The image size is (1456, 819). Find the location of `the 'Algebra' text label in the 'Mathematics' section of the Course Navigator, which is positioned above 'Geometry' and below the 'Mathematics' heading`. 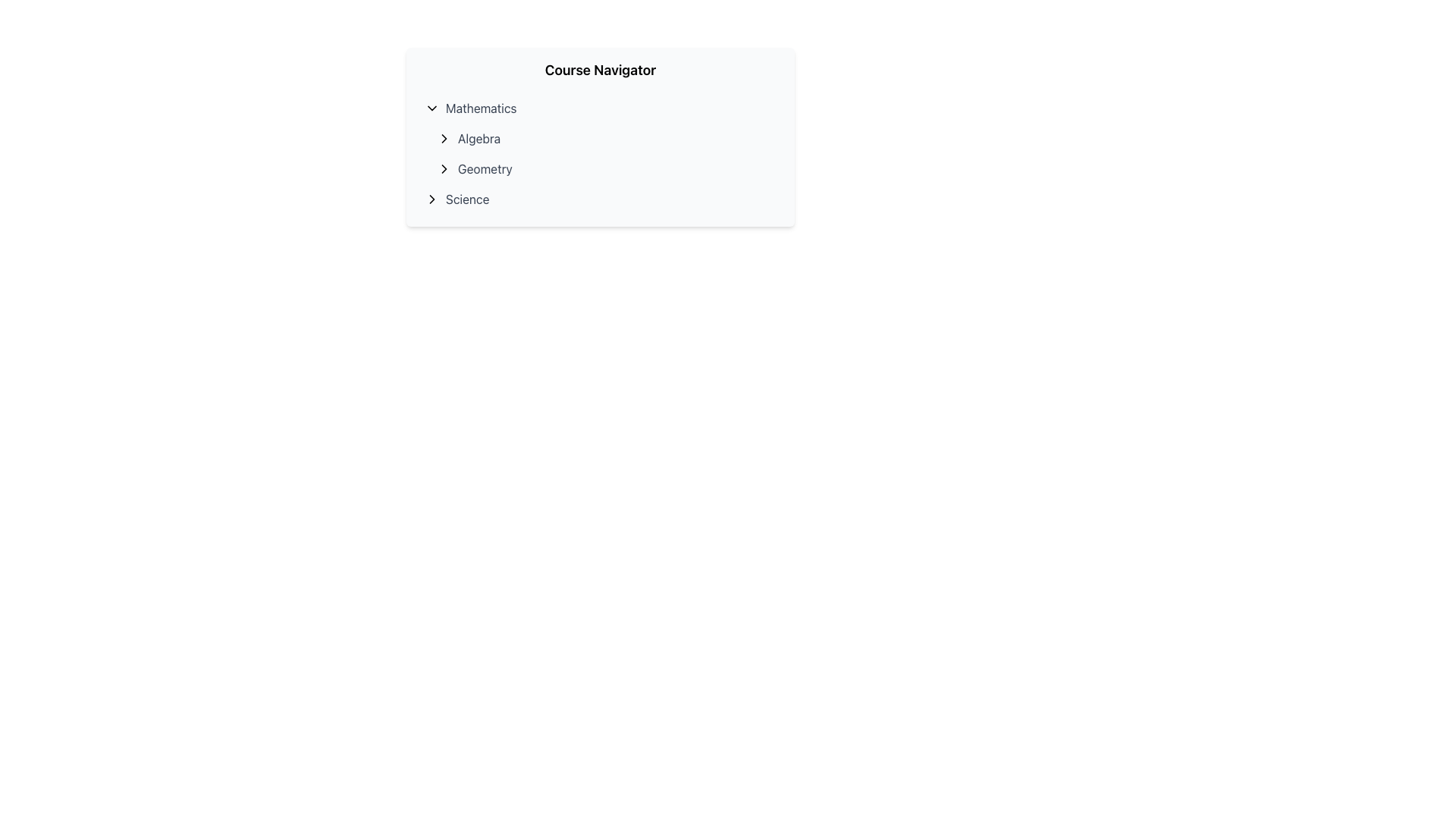

the 'Algebra' text label in the 'Mathematics' section of the Course Navigator, which is positioned above 'Geometry' and below the 'Mathematics' heading is located at coordinates (479, 138).